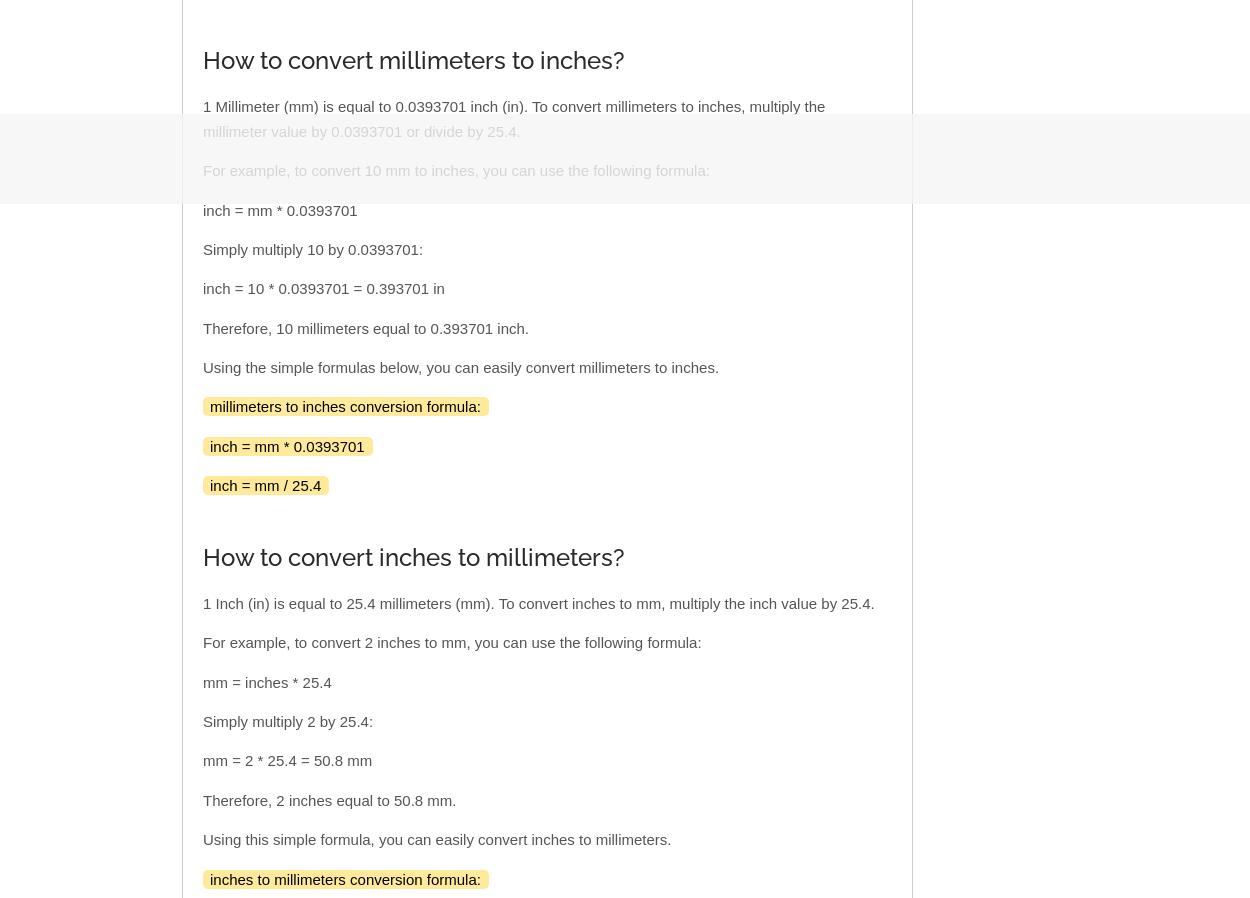 The height and width of the screenshot is (898, 1250). What do you see at coordinates (365, 327) in the screenshot?
I see `'Therefore, 10 millimeters equal to 0.393701 inch.'` at bounding box center [365, 327].